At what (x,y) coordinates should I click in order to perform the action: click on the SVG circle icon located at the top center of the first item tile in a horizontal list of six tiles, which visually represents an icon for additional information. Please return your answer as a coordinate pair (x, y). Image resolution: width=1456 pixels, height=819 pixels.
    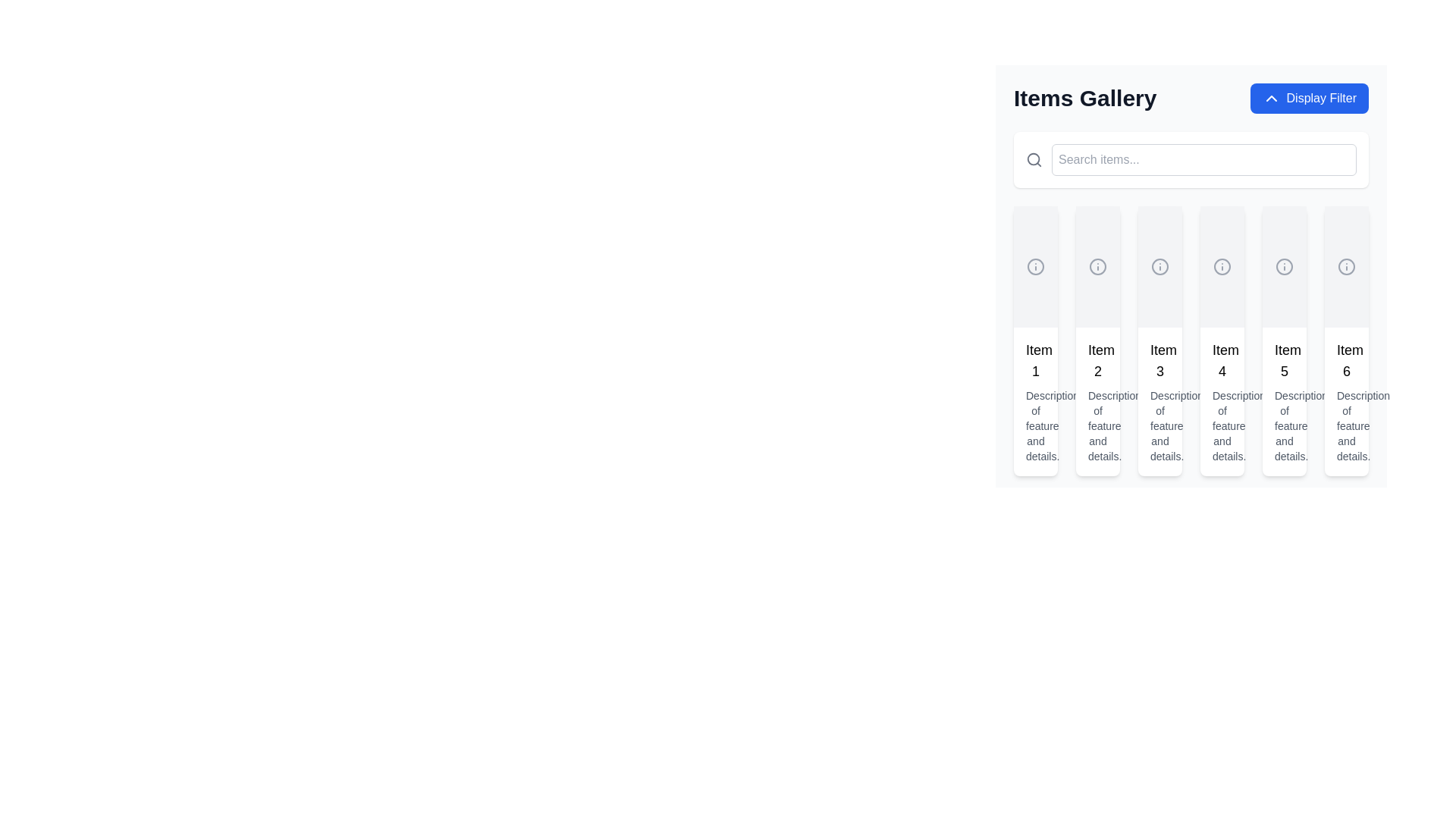
    Looking at the image, I should click on (1035, 265).